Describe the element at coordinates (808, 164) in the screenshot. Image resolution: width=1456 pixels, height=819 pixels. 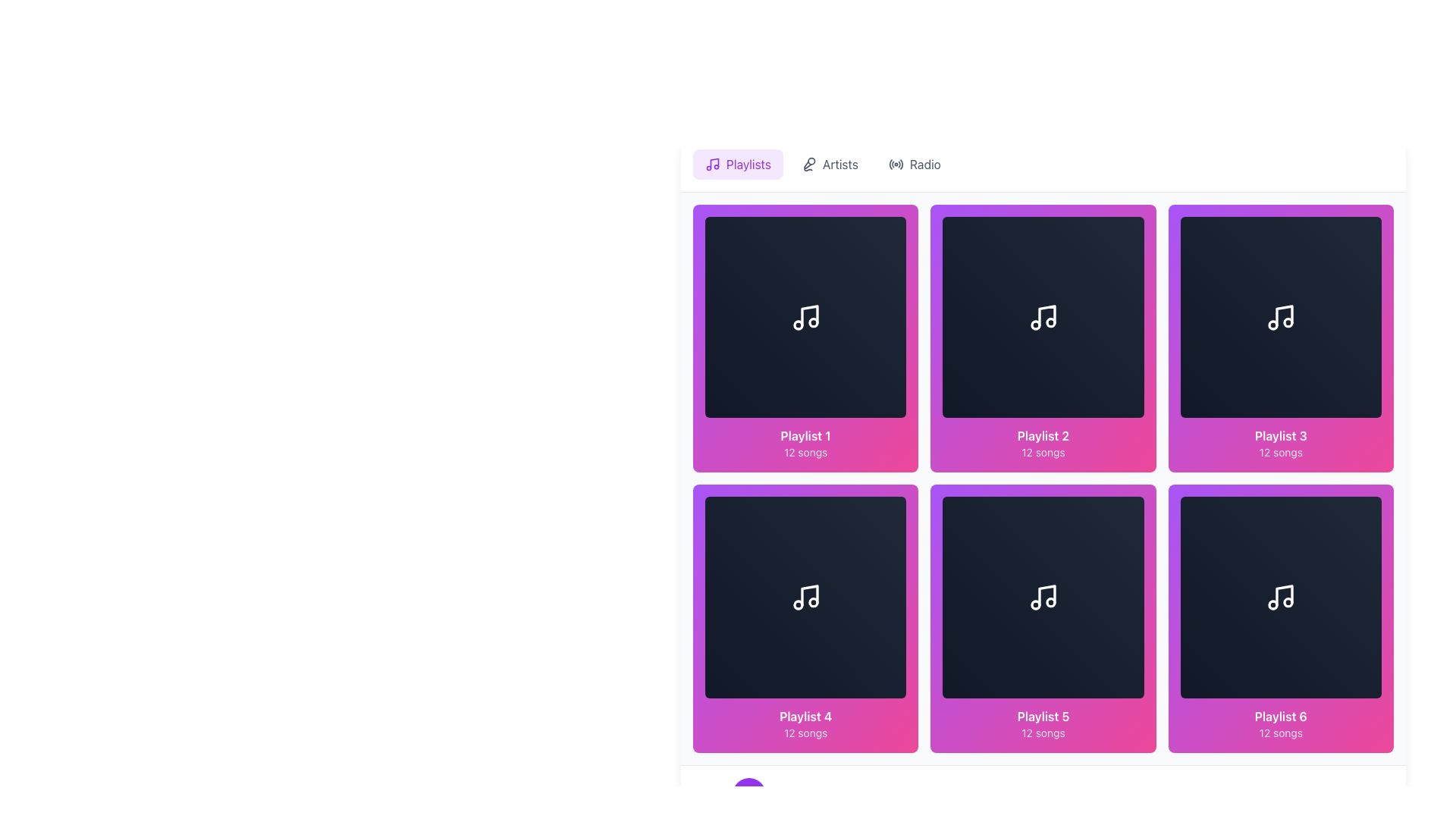
I see `the microphone icon located within the 'Artists' button in the top center navigation bar` at that location.